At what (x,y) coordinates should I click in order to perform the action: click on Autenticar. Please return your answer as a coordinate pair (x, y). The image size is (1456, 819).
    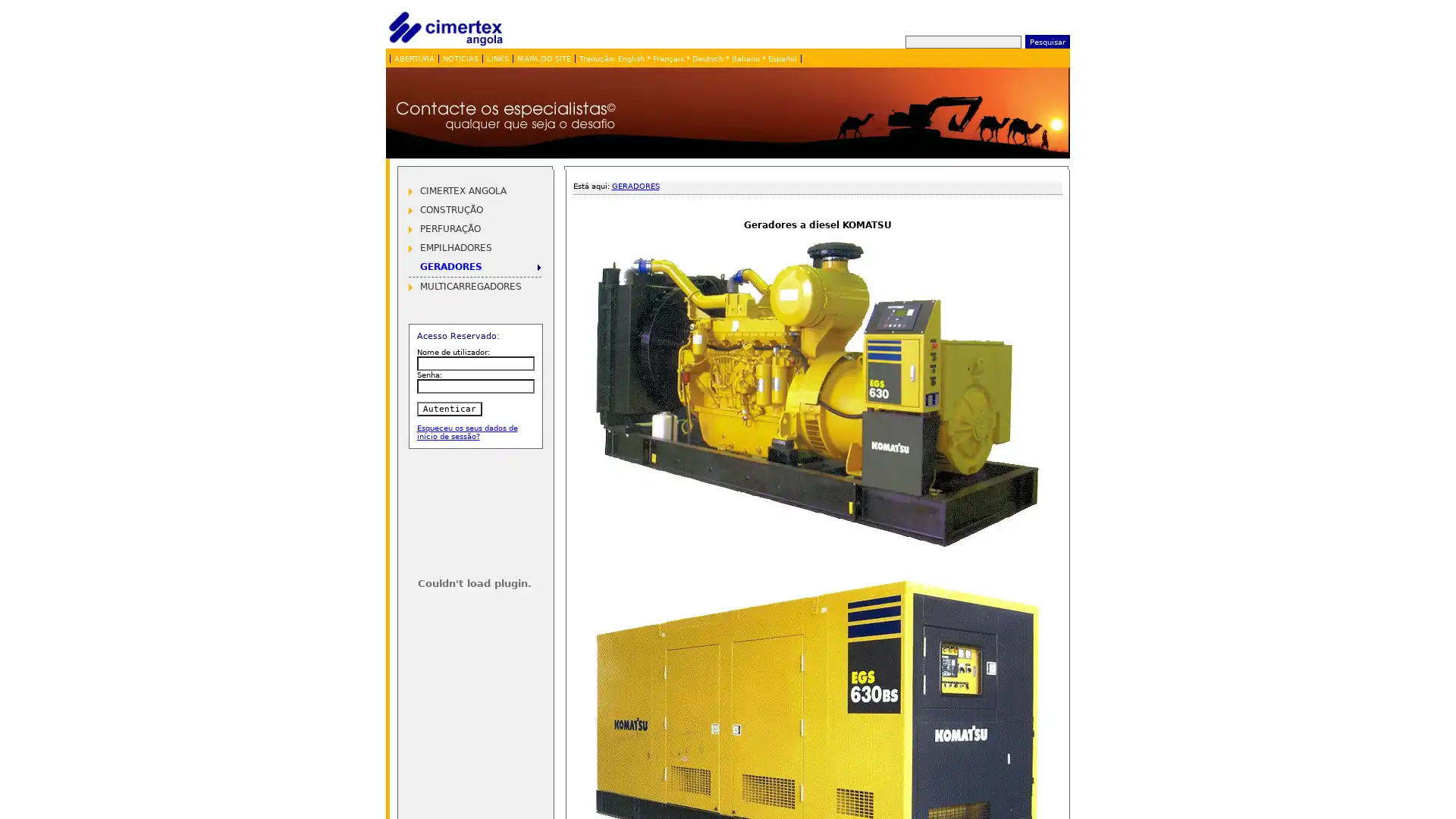
    Looking at the image, I should click on (447, 408).